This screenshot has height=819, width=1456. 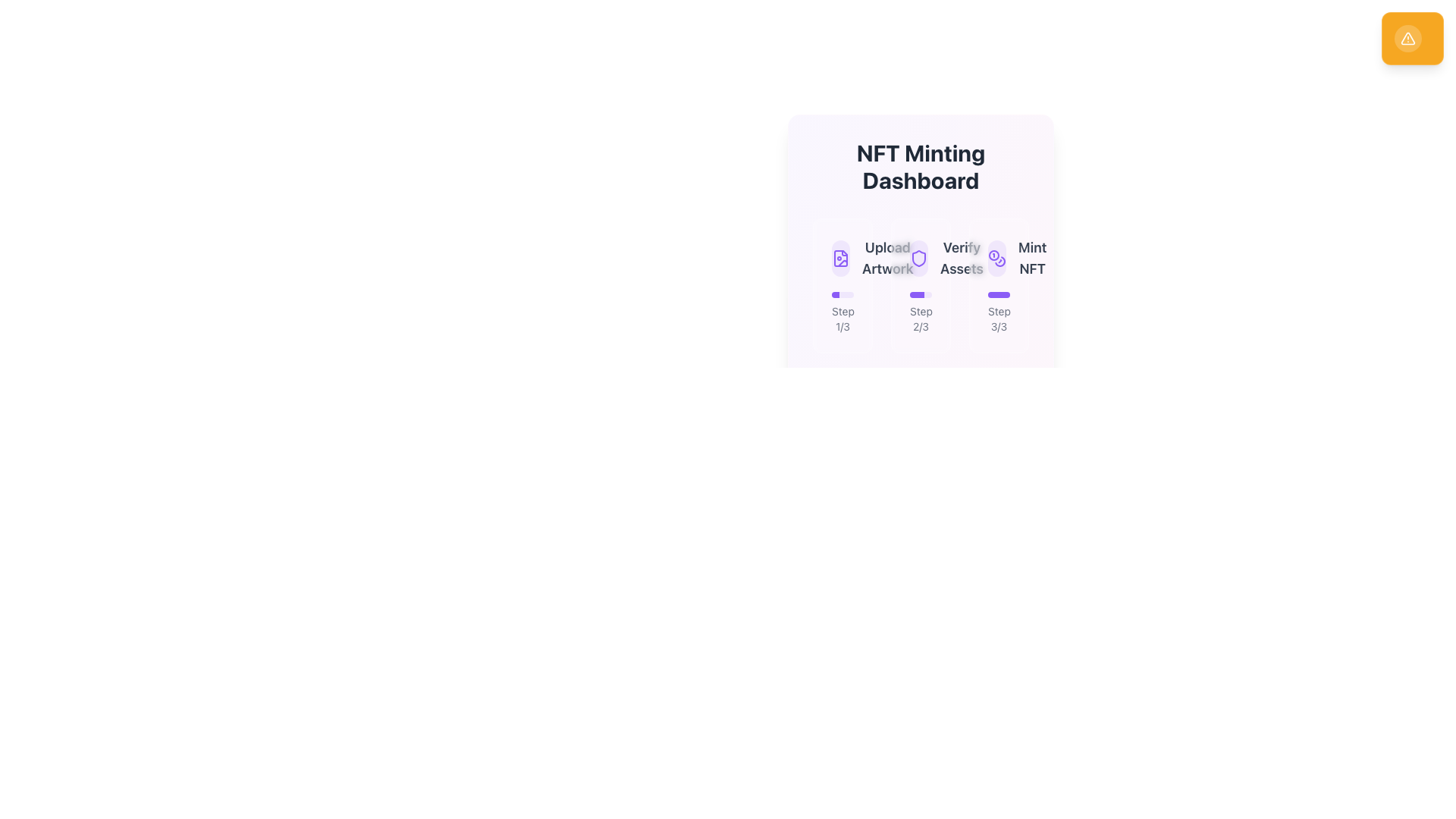 What do you see at coordinates (1407, 37) in the screenshot?
I see `the triangle icon within the yellow circular button located at the top-right corner of the interface` at bounding box center [1407, 37].